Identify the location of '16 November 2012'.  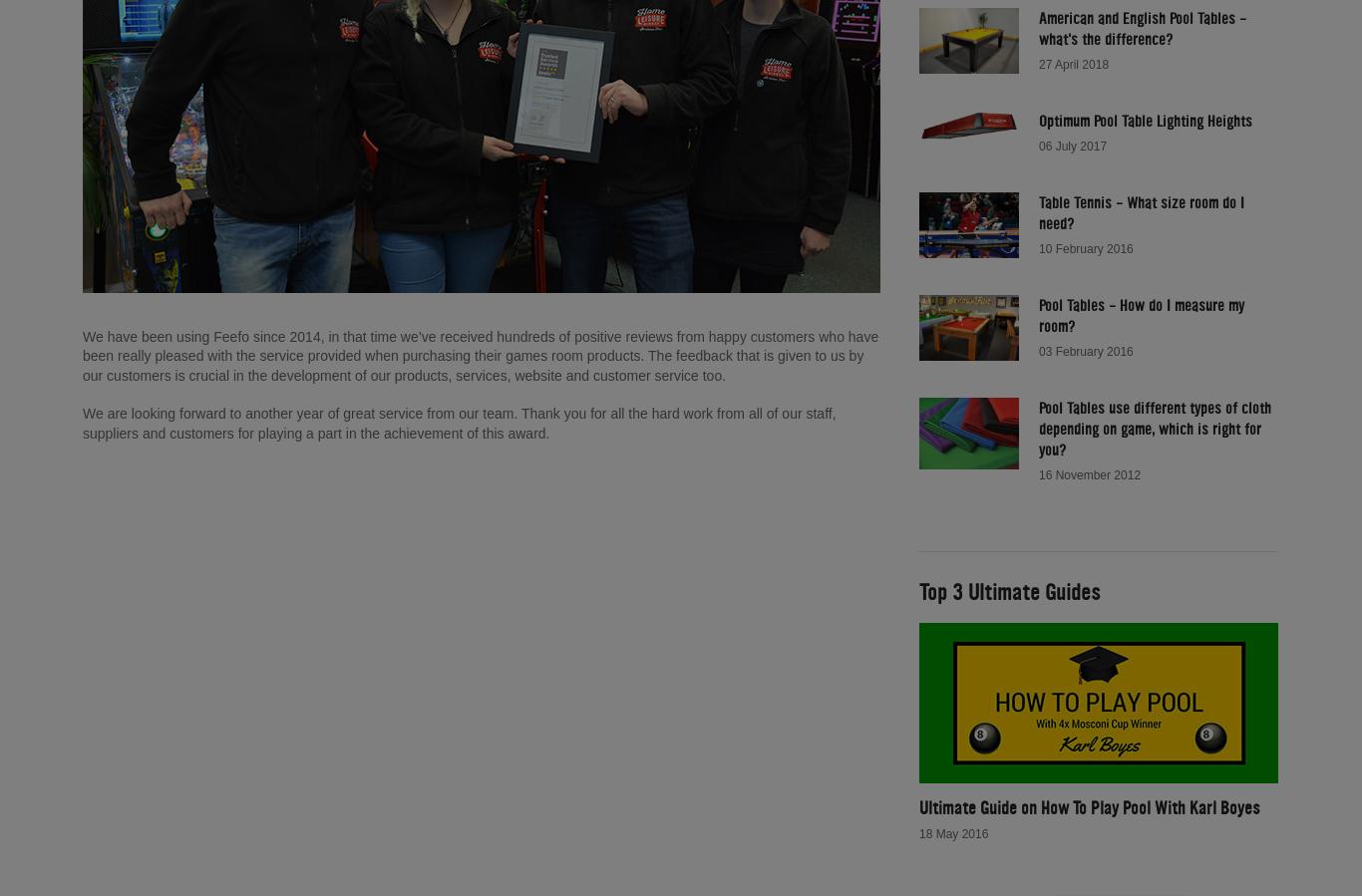
(1088, 474).